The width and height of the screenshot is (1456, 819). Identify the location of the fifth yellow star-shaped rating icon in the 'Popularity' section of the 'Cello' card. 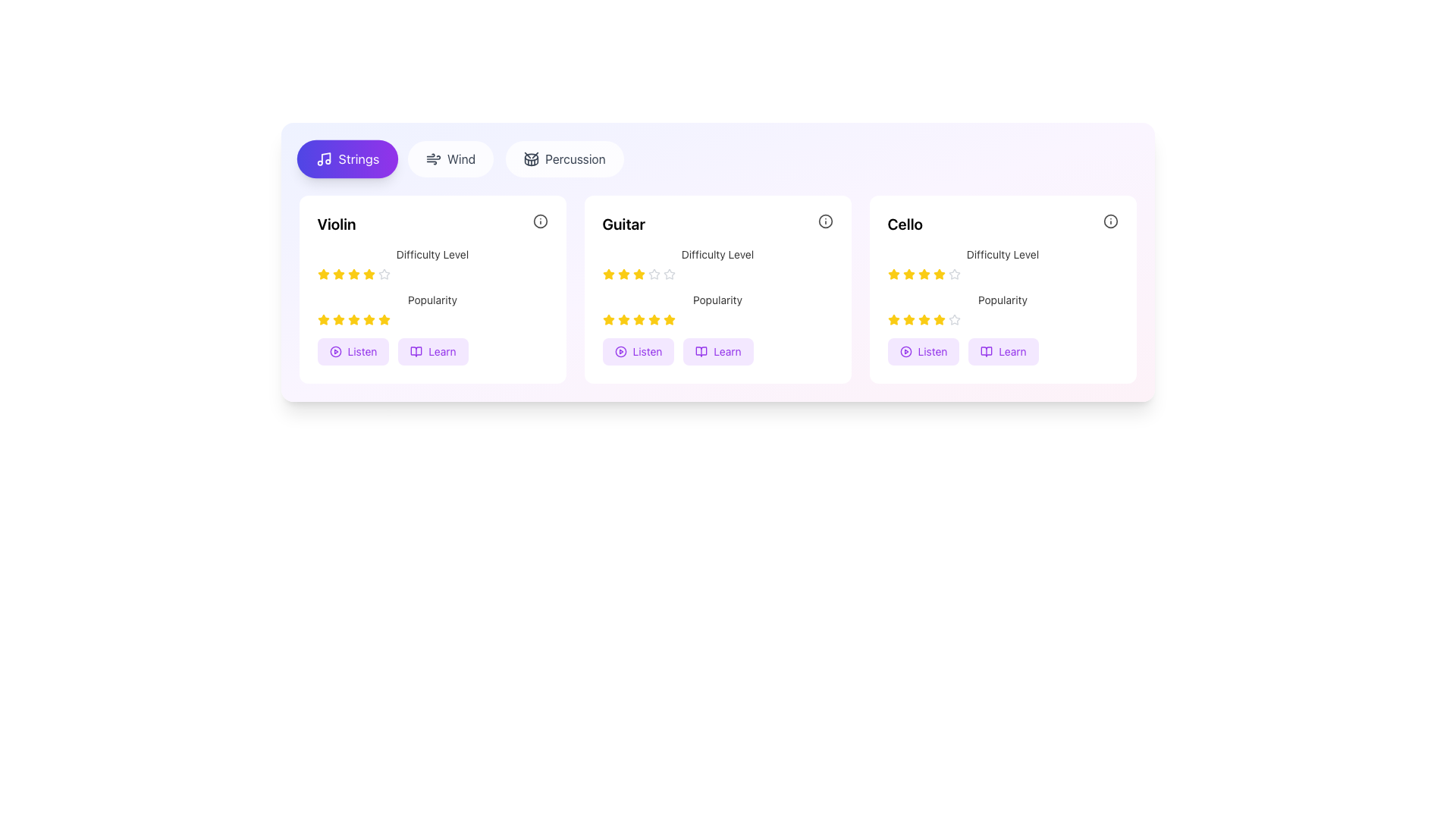
(938, 318).